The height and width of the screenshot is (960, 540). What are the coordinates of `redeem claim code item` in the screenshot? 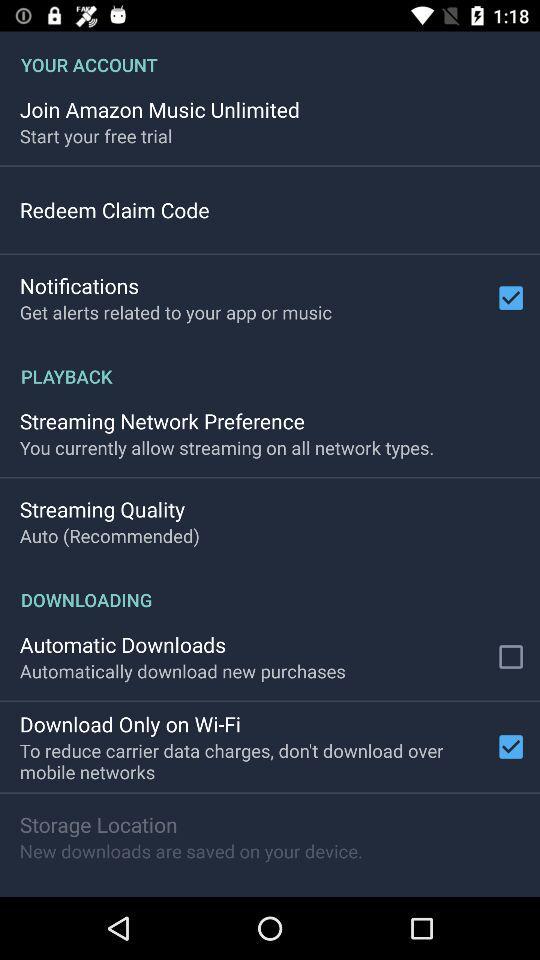 It's located at (114, 210).